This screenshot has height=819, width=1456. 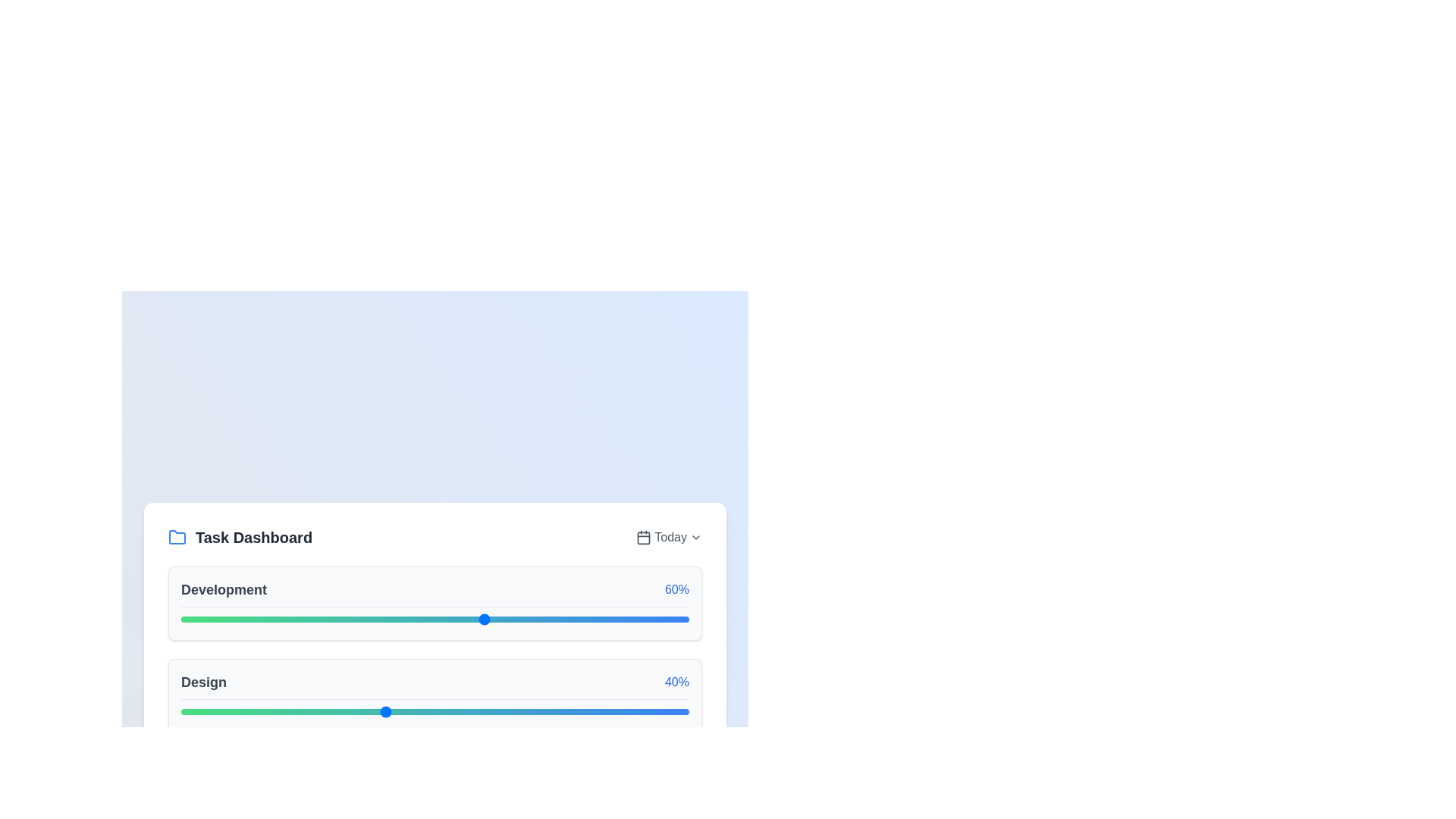 I want to click on the text label displaying '40%', so click(x=676, y=681).